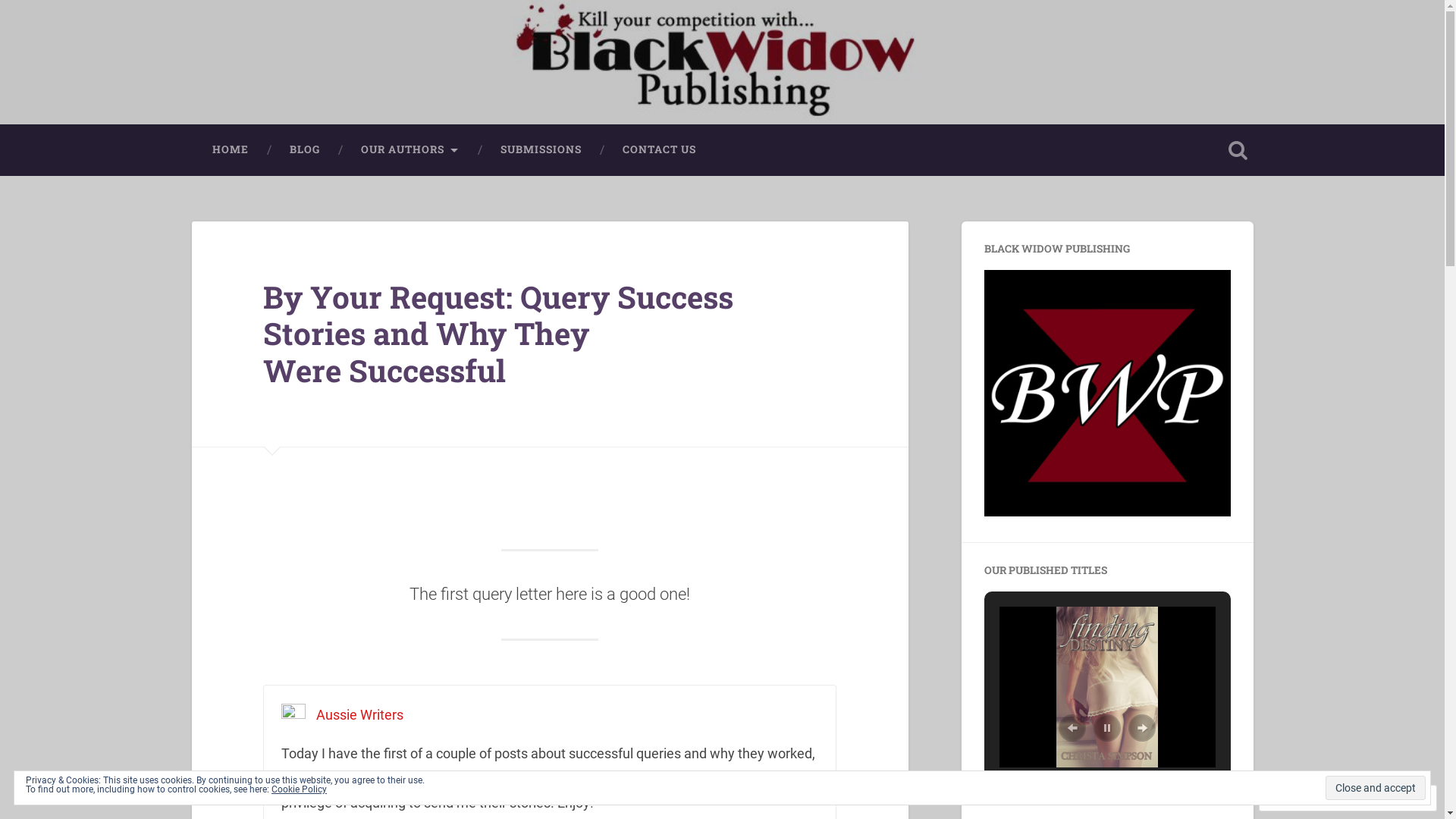  Describe the element at coordinates (1374, 797) in the screenshot. I see `'Follow'` at that location.